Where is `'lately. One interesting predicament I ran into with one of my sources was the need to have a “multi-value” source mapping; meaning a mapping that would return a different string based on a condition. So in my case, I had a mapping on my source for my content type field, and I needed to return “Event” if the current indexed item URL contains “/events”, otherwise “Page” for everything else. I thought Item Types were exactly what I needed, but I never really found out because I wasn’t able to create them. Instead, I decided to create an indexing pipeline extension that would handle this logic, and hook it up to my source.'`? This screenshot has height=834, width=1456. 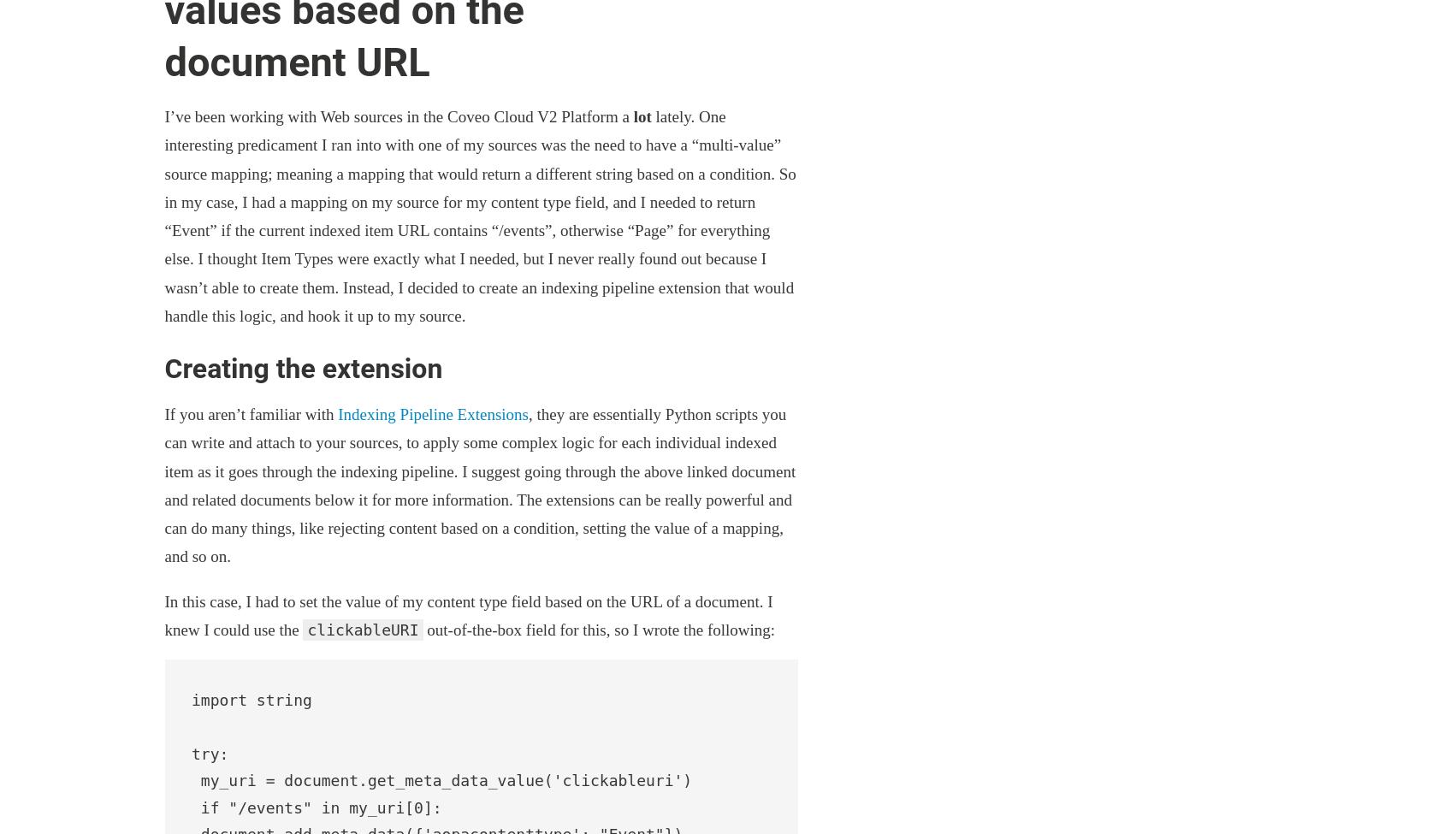 'lately. One interesting predicament I ran into with one of my sources was the need to have a “multi-value” source mapping; meaning a mapping that would return a different string based on a condition. So in my case, I had a mapping on my source for my content type field, and I needed to return “Event” if the current indexed item URL contains “/events”, otherwise “Page” for everything else. I thought Item Types were exactly what I needed, but I never really found out because I wasn’t able to create them. Instead, I decided to create an indexing pipeline extension that would handle this logic, and hook it up to my source.' is located at coordinates (478, 216).